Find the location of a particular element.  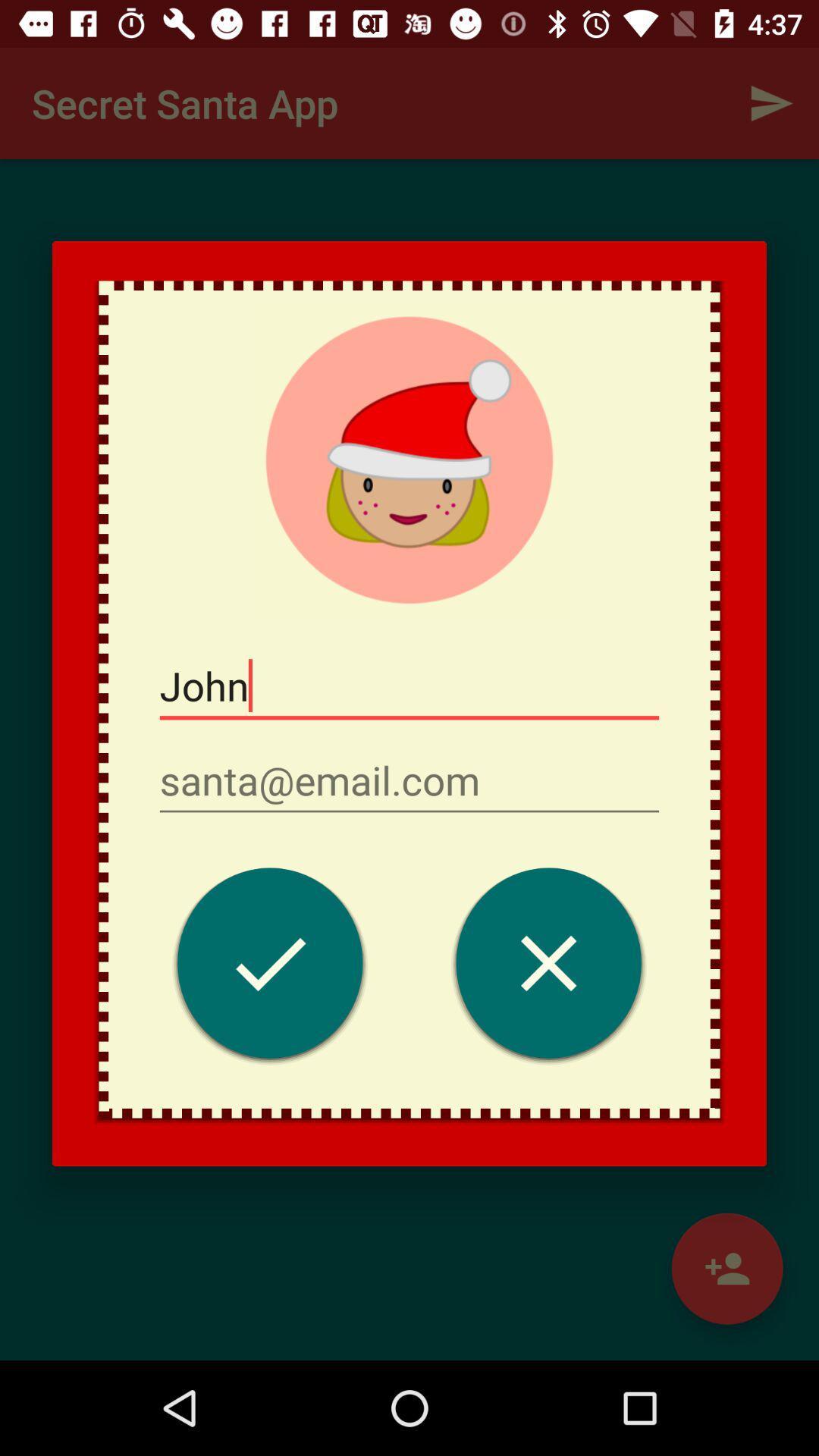

save is located at coordinates (269, 966).